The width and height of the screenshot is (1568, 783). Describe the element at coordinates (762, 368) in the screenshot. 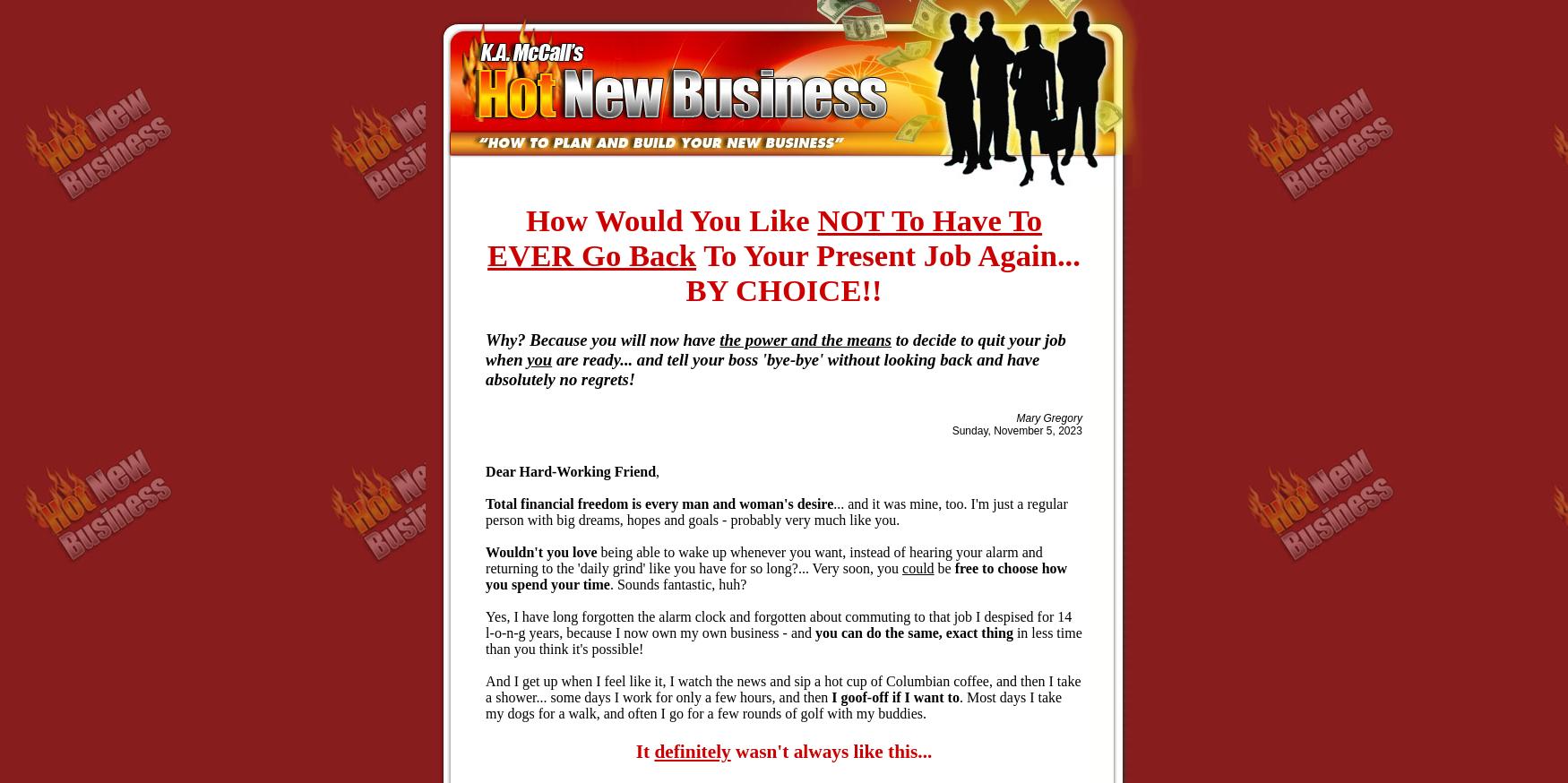

I see `'are ready... and tell your boss 'bye-bye' without looking back and have absolutely no regrets!'` at that location.